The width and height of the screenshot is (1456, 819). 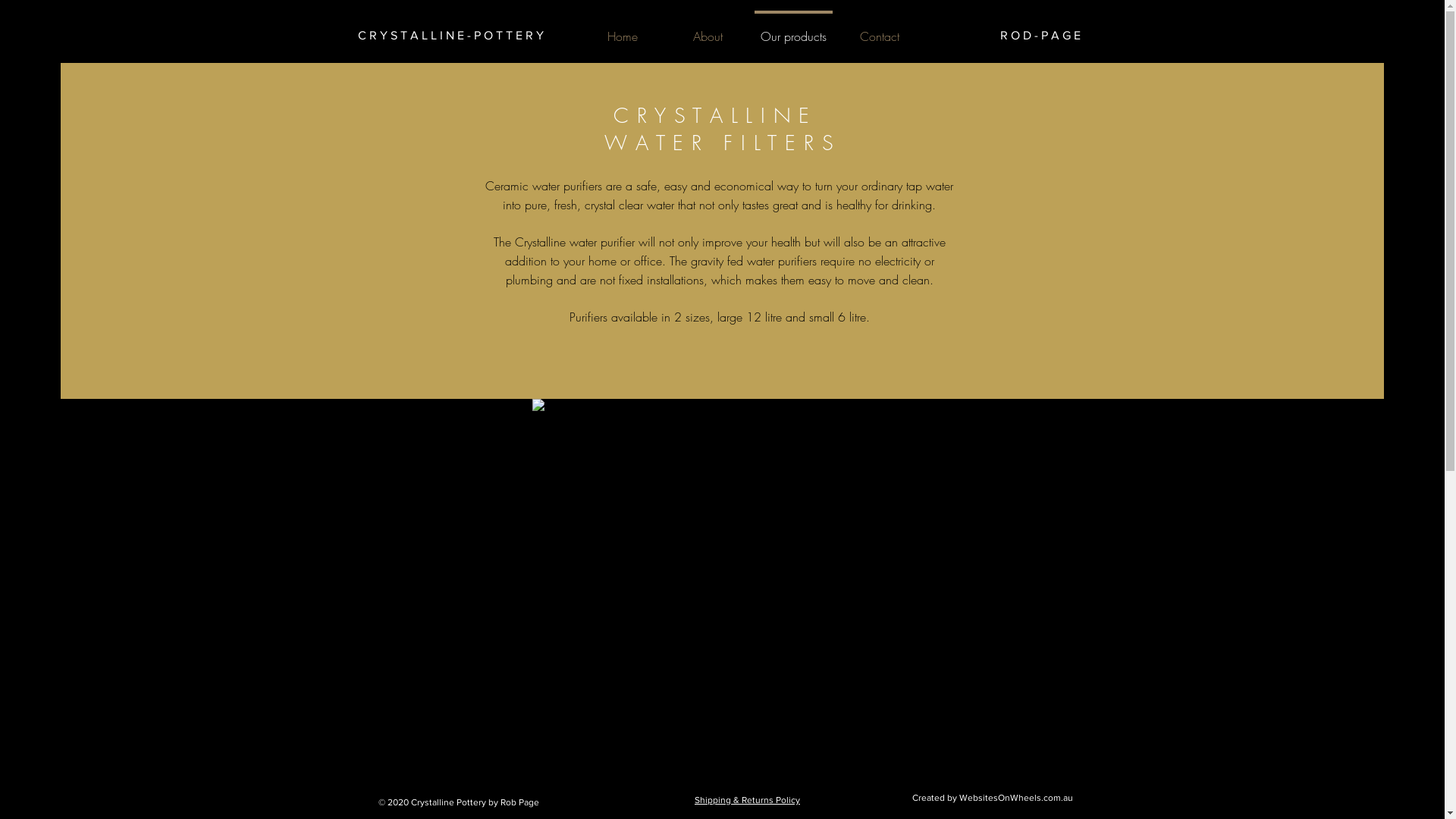 What do you see at coordinates (879, 29) in the screenshot?
I see `'Contact'` at bounding box center [879, 29].